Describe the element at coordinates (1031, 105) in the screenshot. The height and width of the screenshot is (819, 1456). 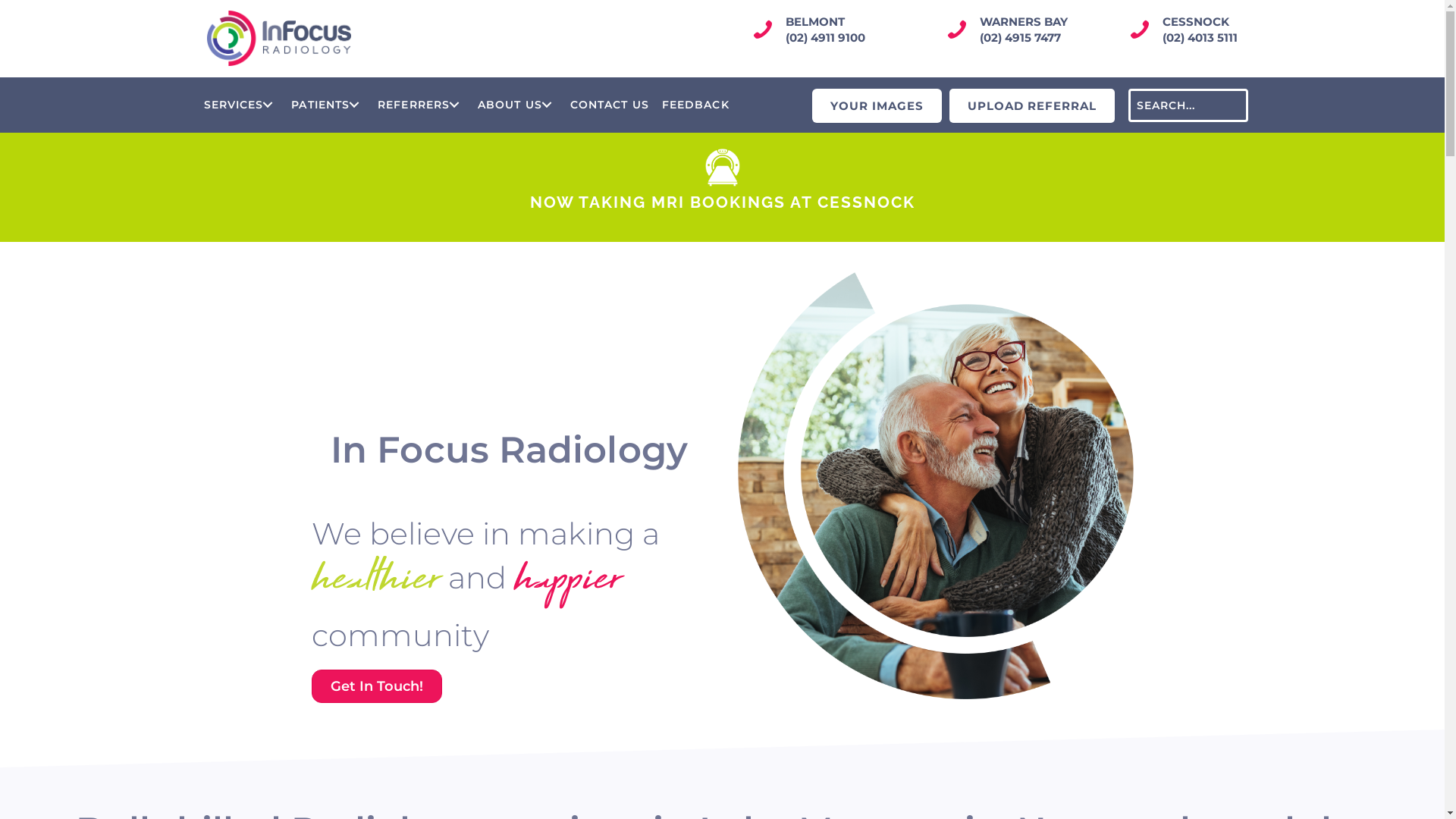
I see `'UPLOAD REFERRAL'` at that location.